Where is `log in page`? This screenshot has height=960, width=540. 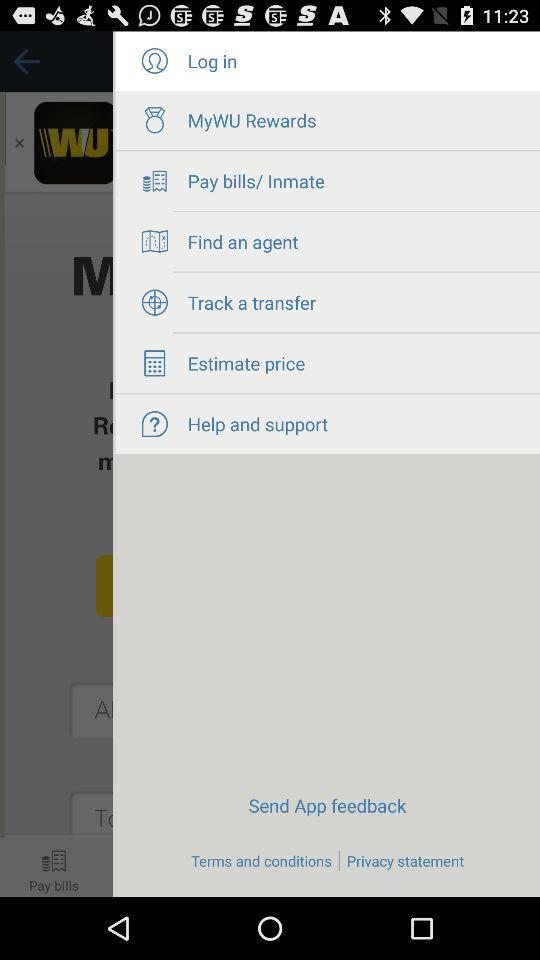
log in page is located at coordinates (153, 61).